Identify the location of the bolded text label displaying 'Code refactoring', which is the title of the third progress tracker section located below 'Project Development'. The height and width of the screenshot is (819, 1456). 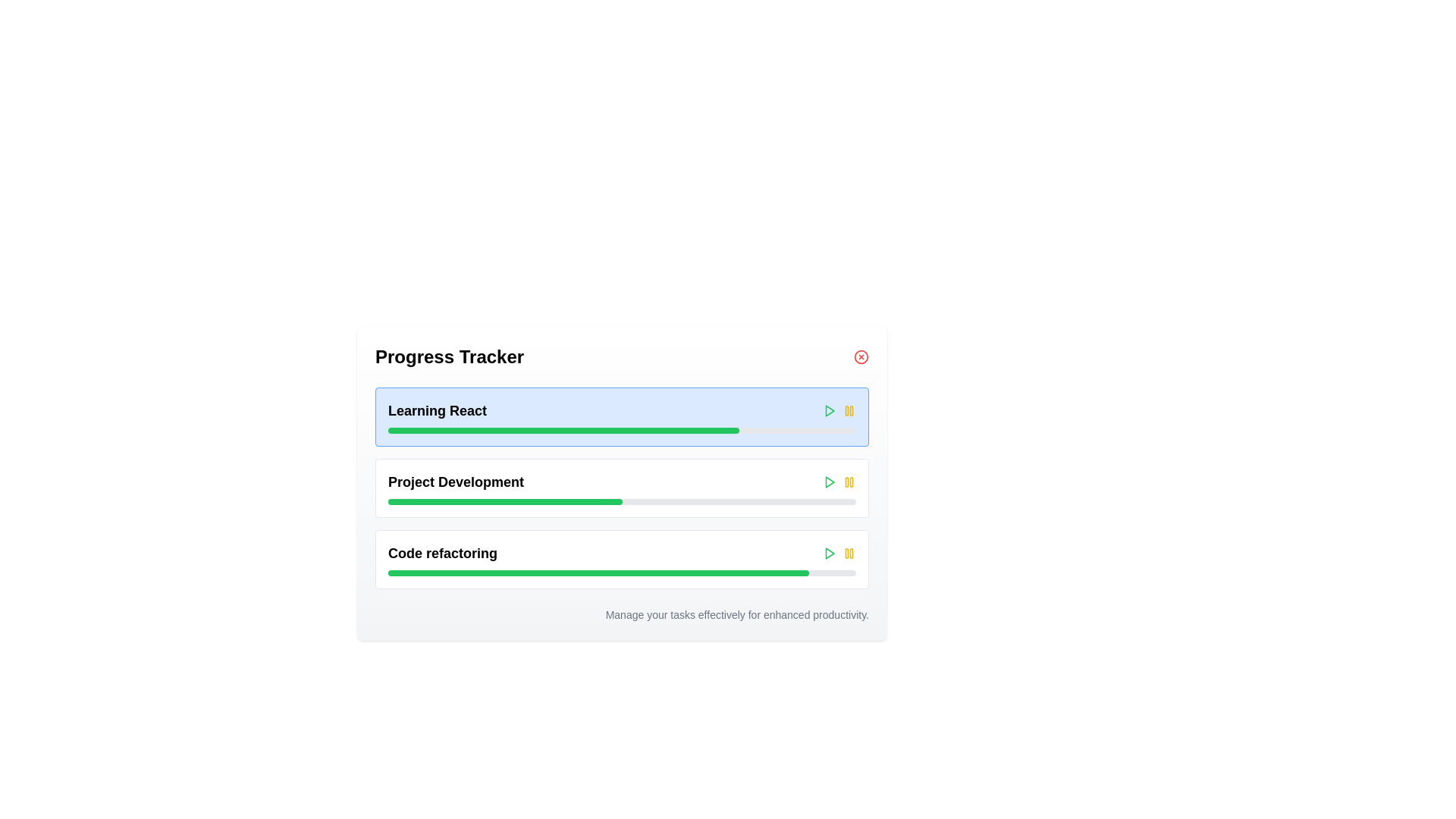
(442, 553).